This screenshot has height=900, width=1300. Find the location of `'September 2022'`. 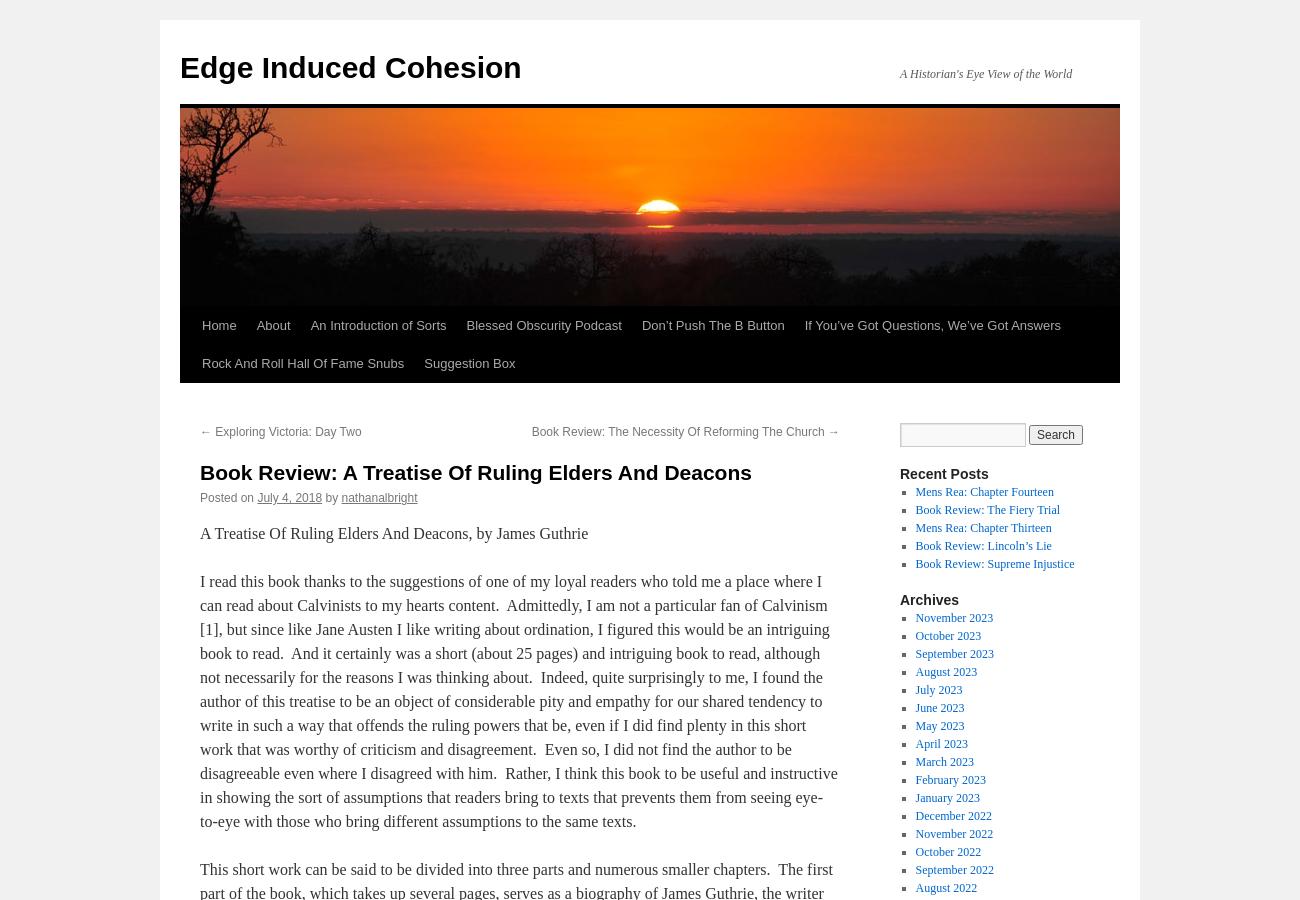

'September 2022' is located at coordinates (913, 870).